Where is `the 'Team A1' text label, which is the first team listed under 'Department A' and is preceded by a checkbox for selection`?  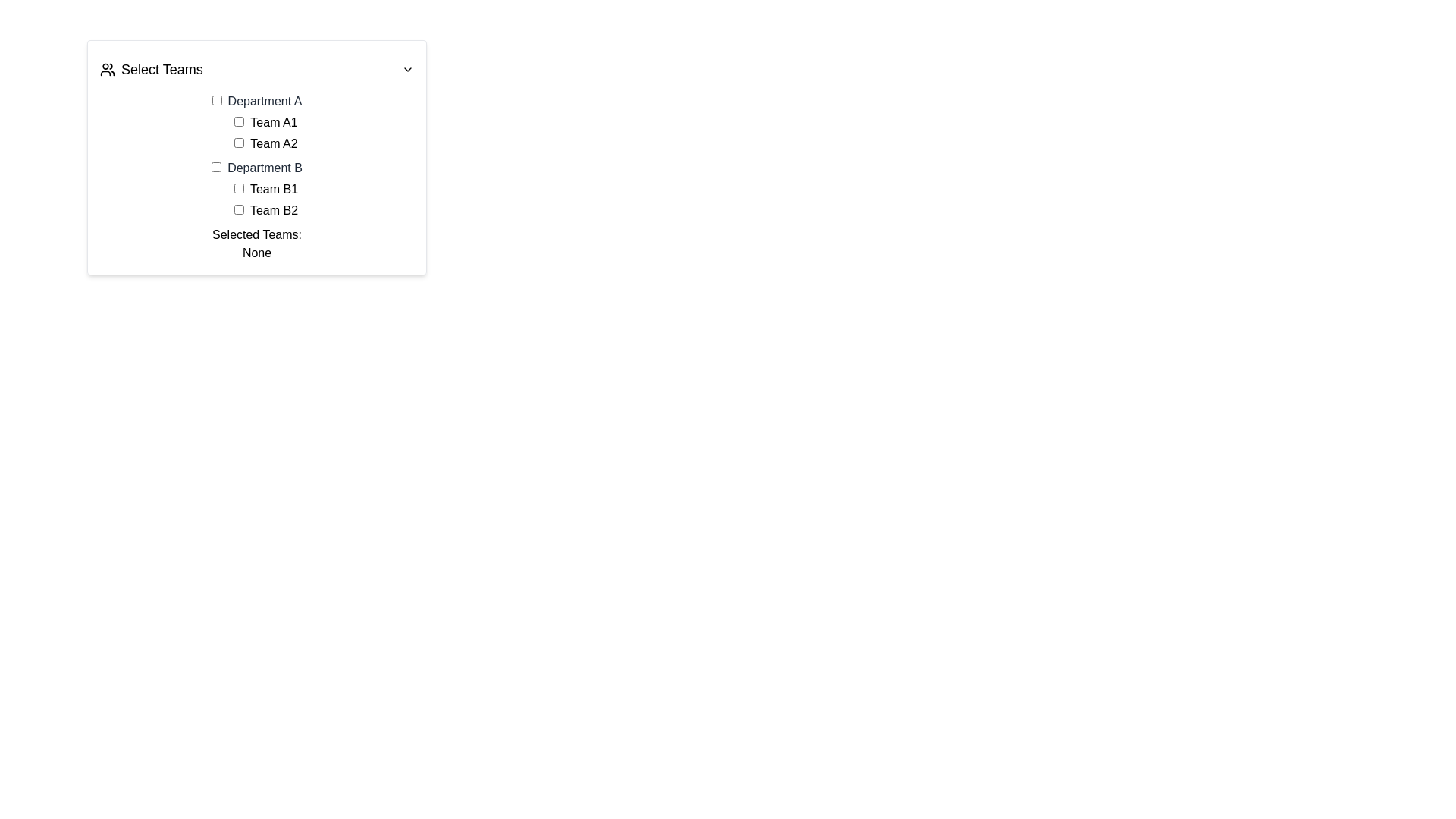 the 'Team A1' text label, which is the first team listed under 'Department A' and is preceded by a checkbox for selection is located at coordinates (265, 122).